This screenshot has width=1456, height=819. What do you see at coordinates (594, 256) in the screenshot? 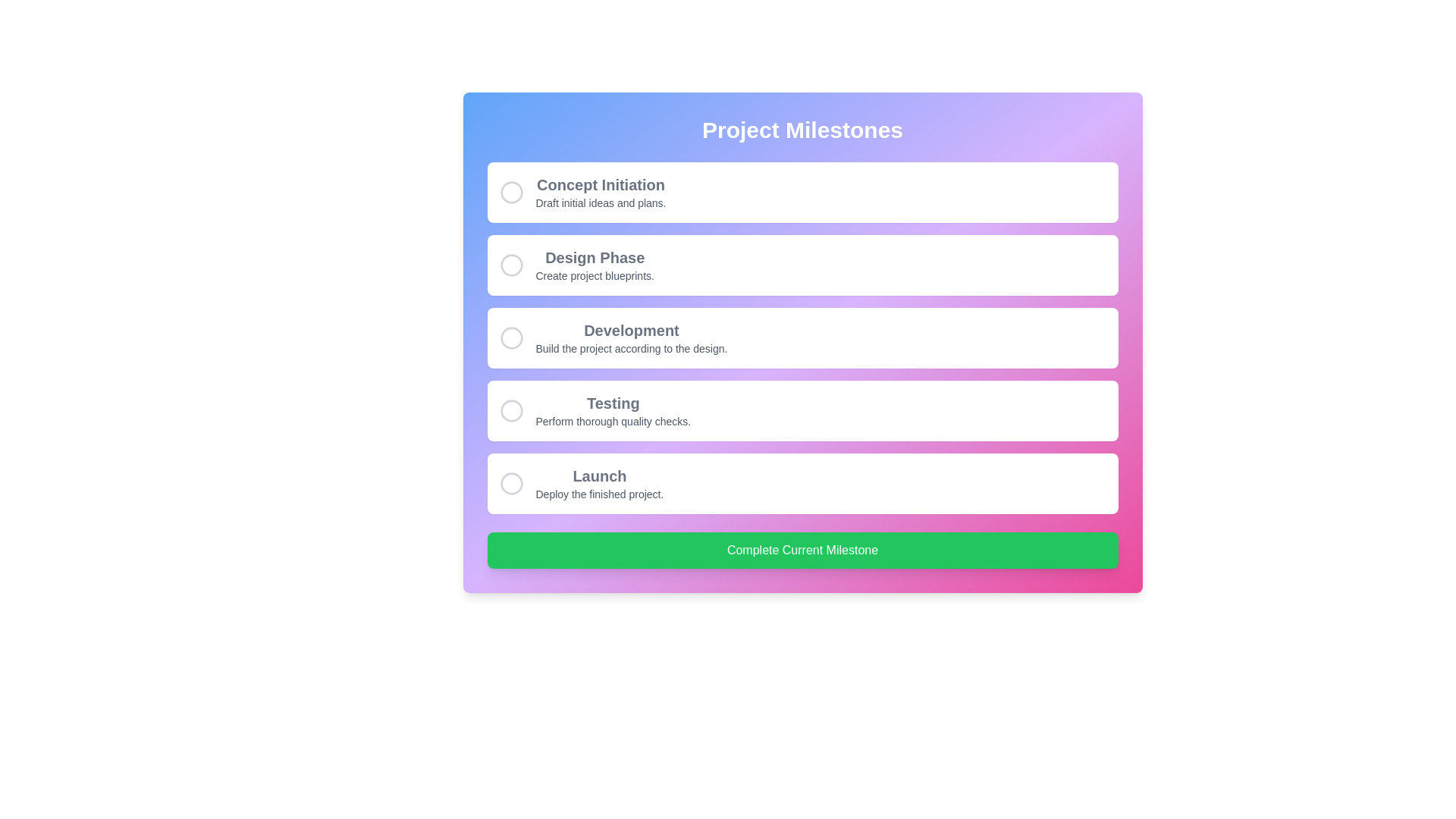
I see `text of the title label for the second milestone in the project design phase, located between 'Concept Initiation' and 'Development' milestones` at bounding box center [594, 256].